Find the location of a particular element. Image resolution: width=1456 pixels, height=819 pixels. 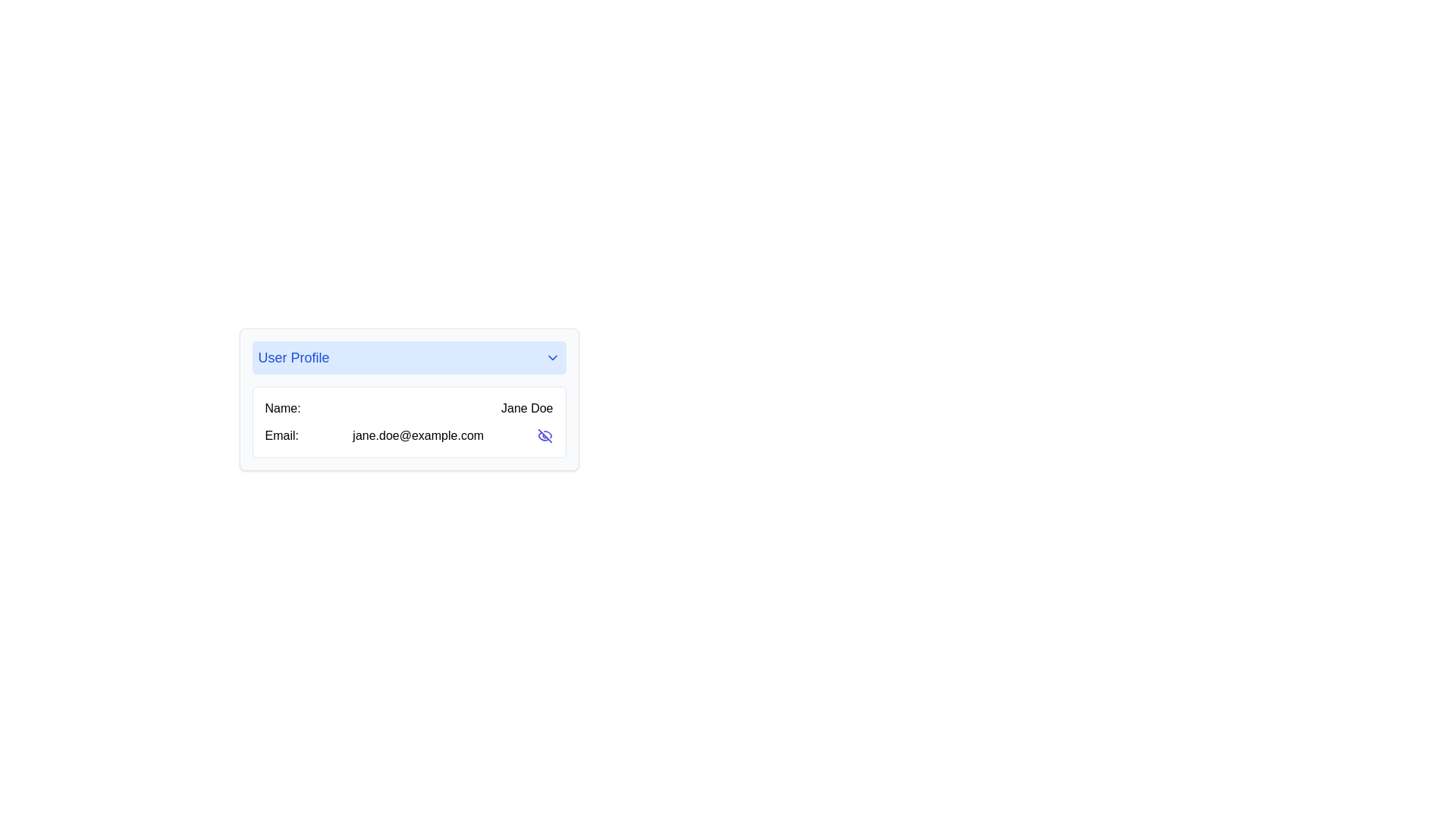

the Text label that identifies the user name 'Jane Doe', located in the 'User Profile' section, positioned to the left of 'Jane Doe' and above the 'Email:' label is located at coordinates (283, 408).